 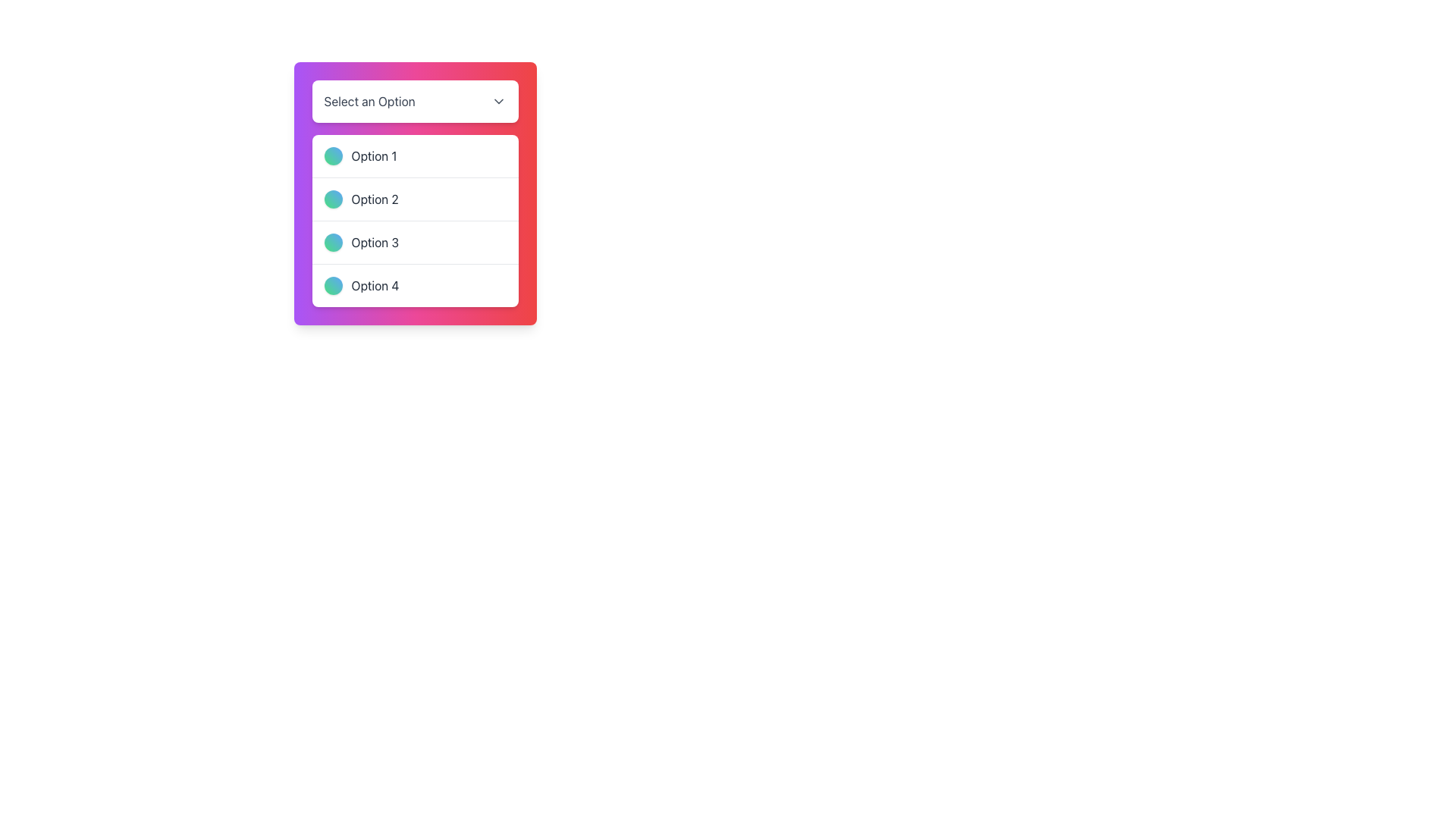 I want to click on the list item labeled 'Option 2' within the dropdown menu, so click(x=415, y=193).